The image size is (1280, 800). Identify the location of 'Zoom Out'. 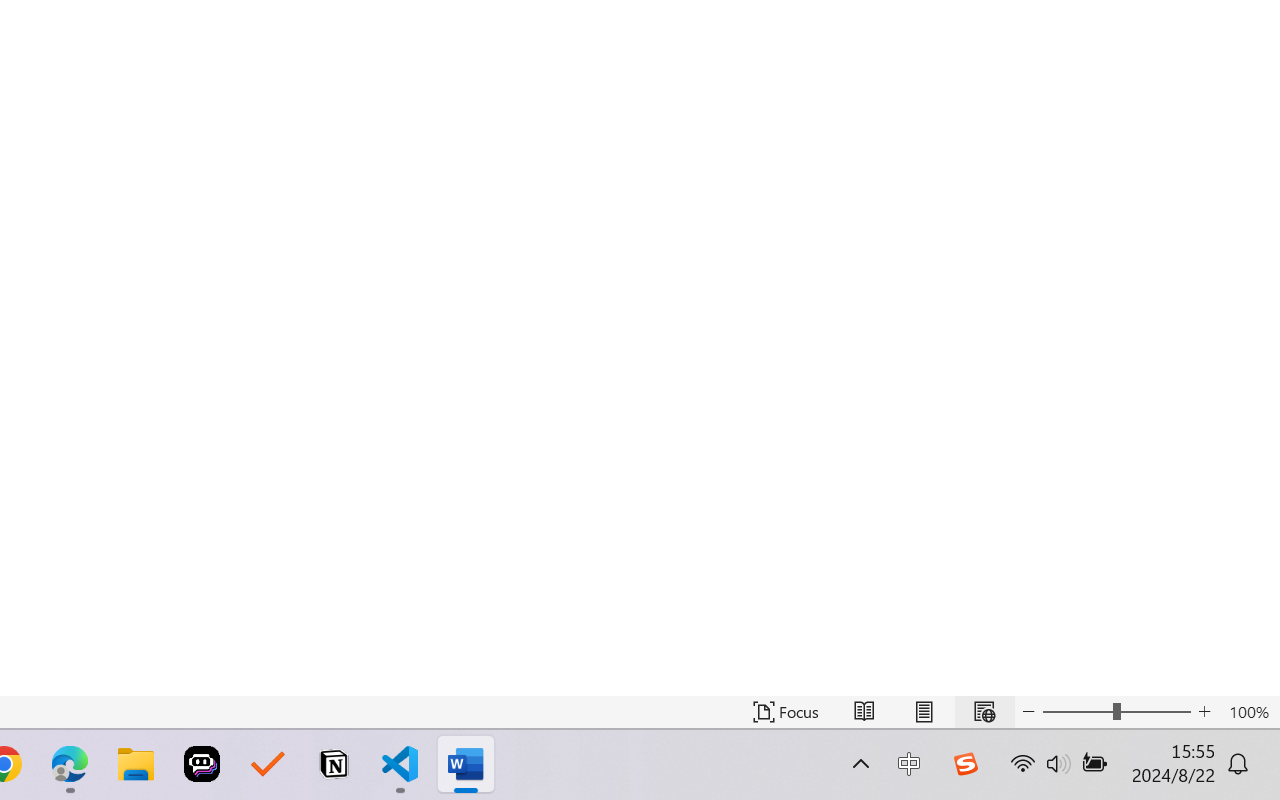
(1076, 711).